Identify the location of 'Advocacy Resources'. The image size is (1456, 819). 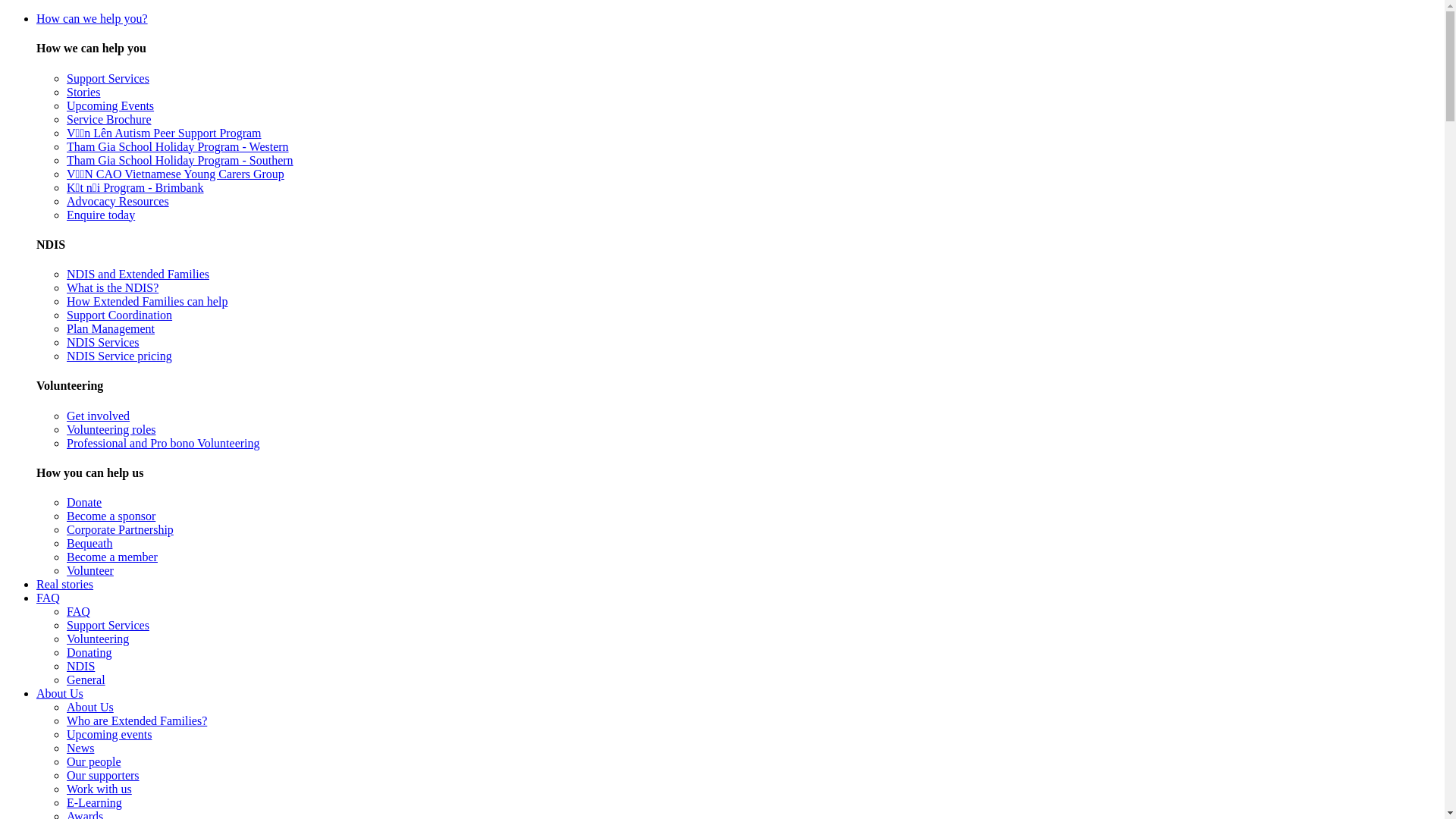
(65, 200).